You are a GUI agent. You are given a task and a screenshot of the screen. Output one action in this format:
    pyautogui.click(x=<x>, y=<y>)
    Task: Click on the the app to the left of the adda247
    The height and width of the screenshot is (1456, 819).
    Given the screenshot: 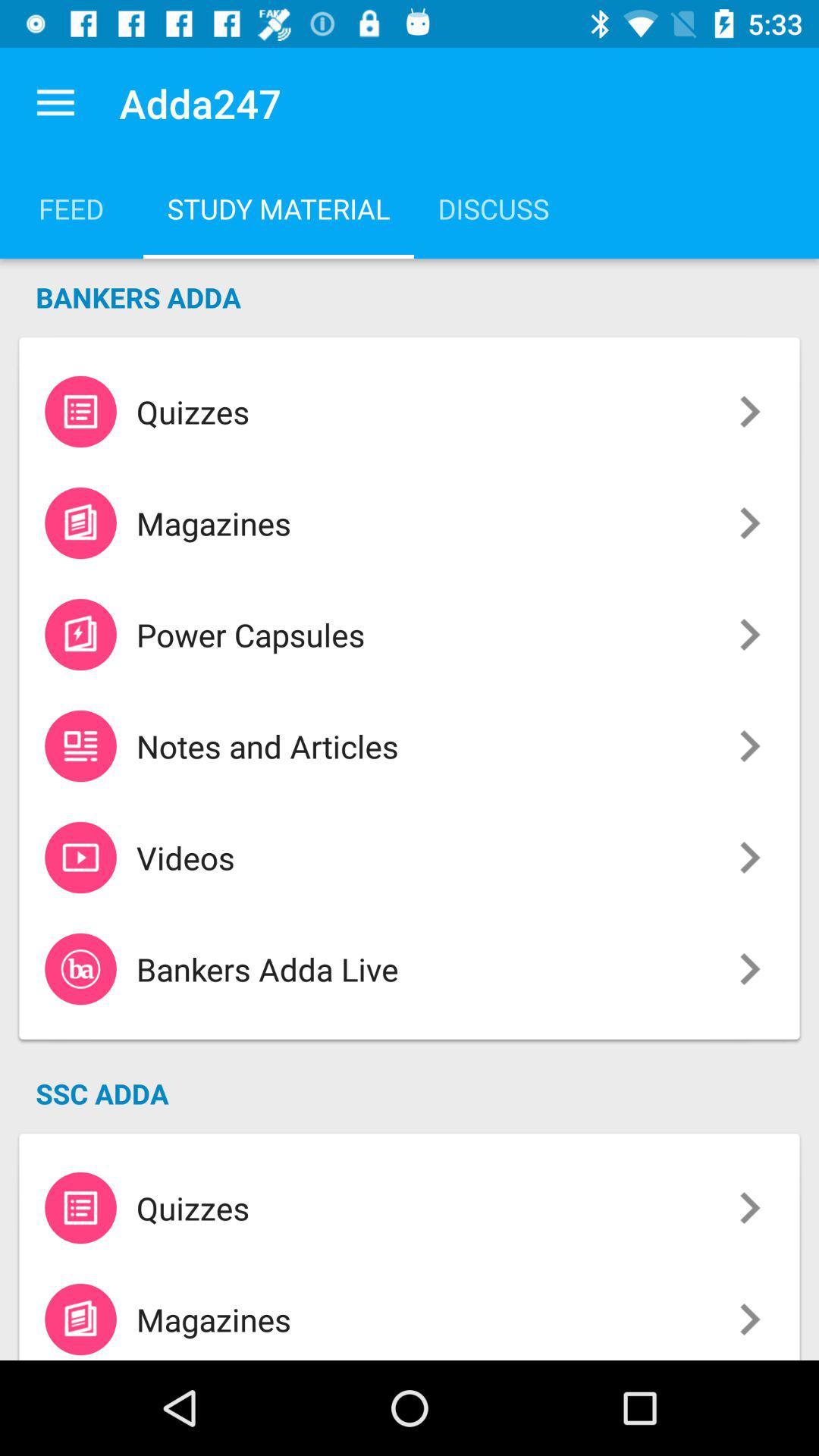 What is the action you would take?
    pyautogui.click(x=55, y=102)
    